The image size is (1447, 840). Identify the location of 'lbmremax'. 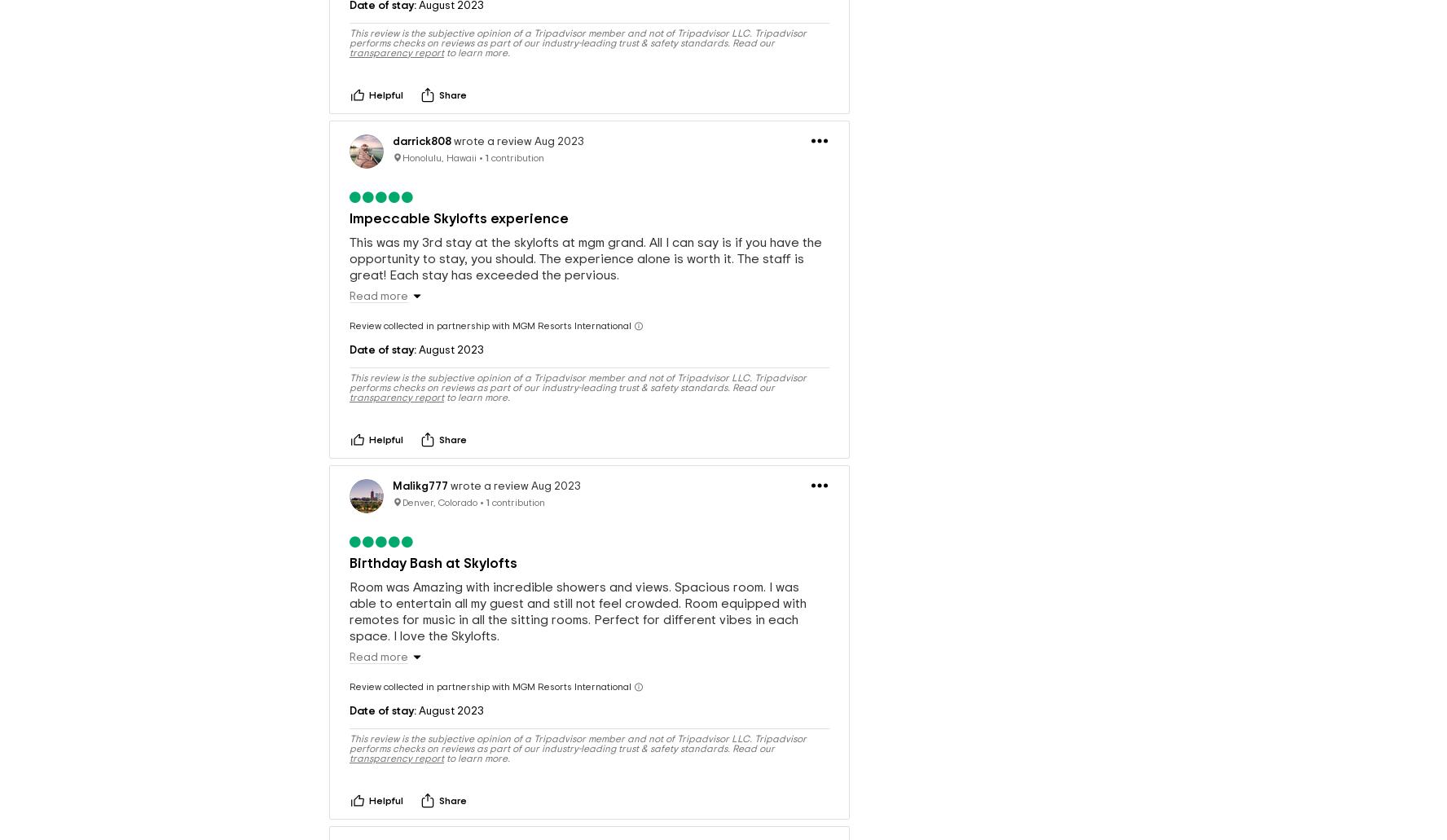
(417, 819).